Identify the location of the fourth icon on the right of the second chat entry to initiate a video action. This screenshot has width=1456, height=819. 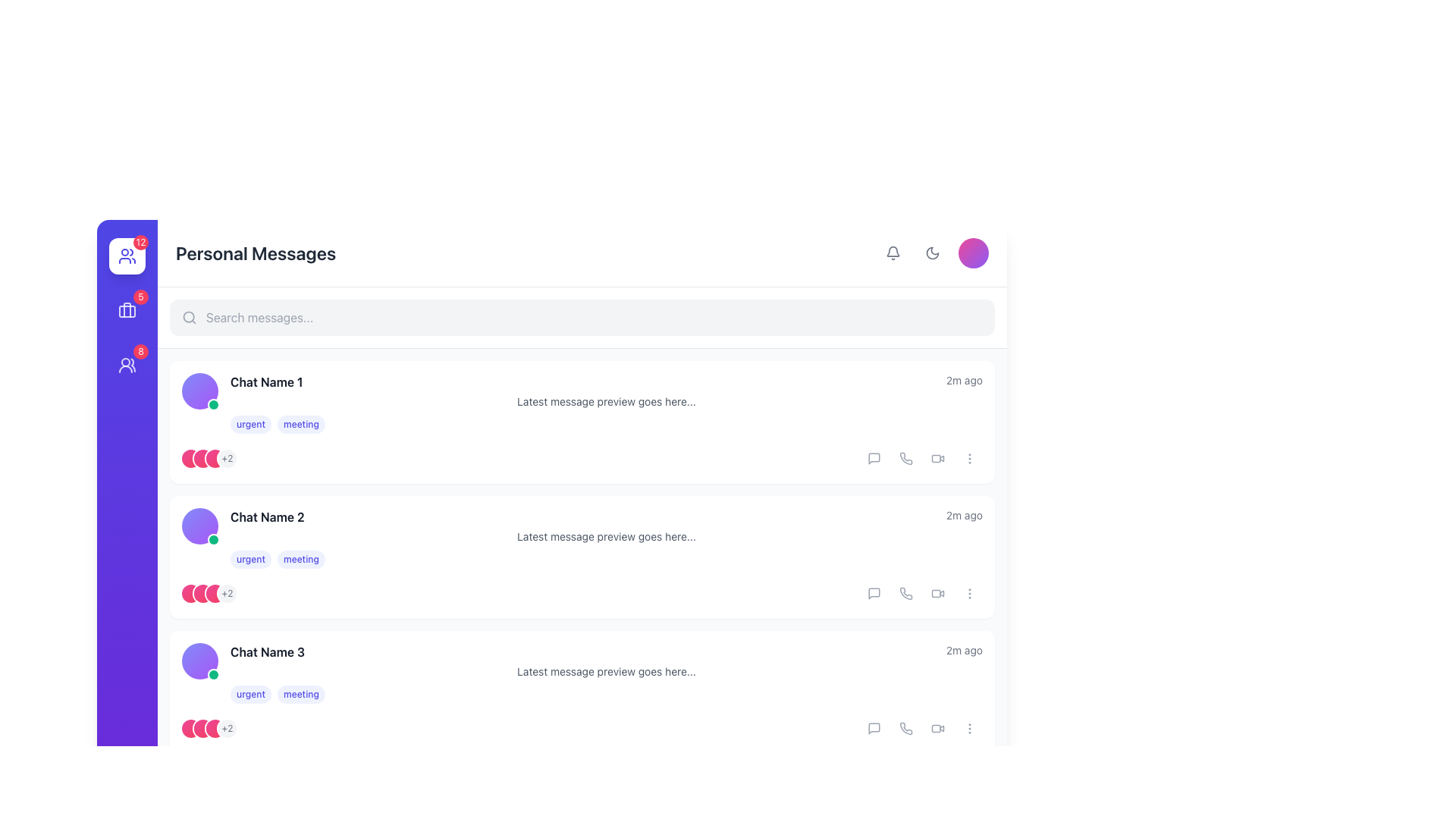
(937, 593).